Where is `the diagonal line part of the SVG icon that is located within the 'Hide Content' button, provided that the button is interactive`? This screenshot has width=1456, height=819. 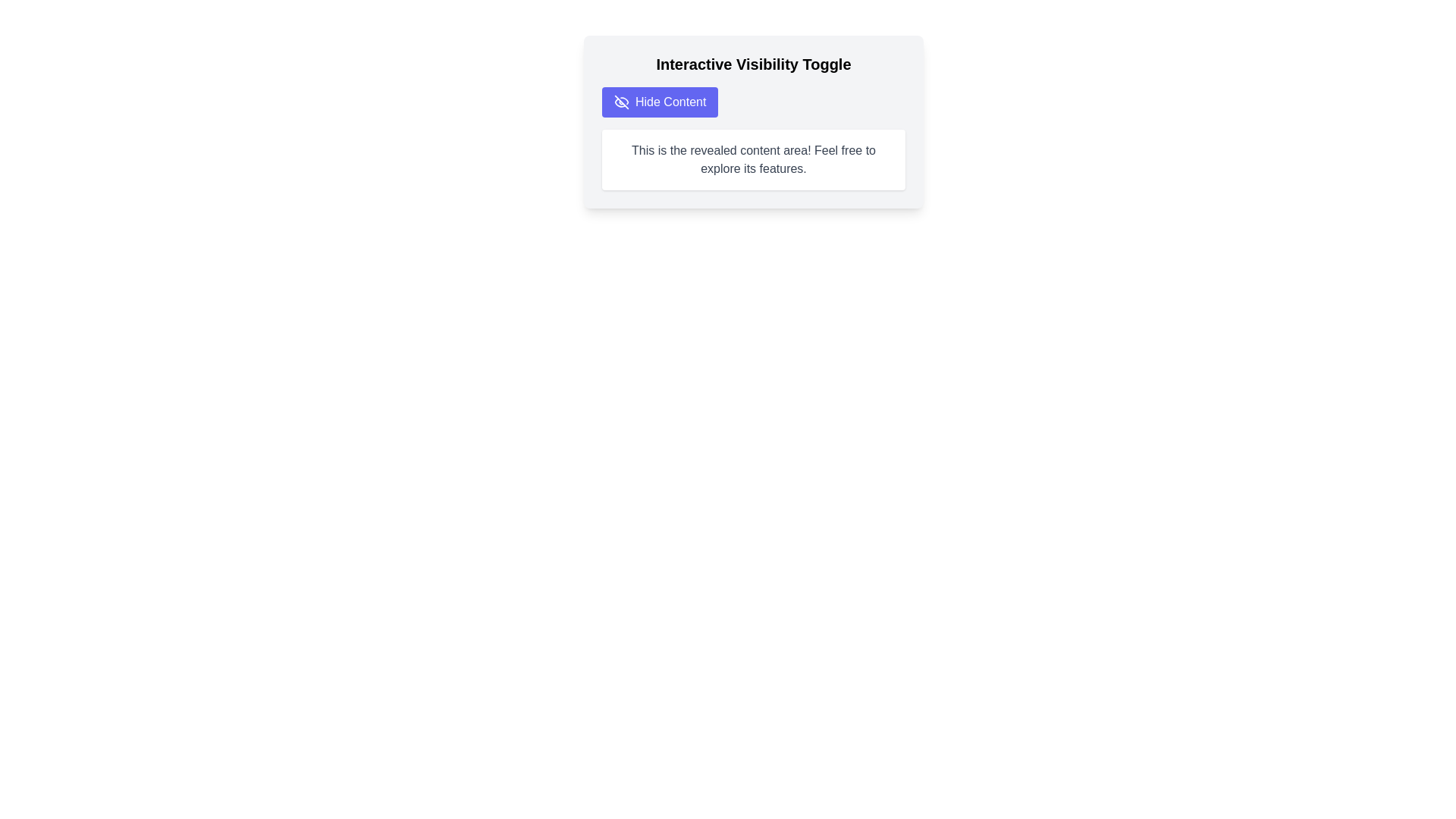
the diagonal line part of the SVG icon that is located within the 'Hide Content' button, provided that the button is interactive is located at coordinates (622, 102).